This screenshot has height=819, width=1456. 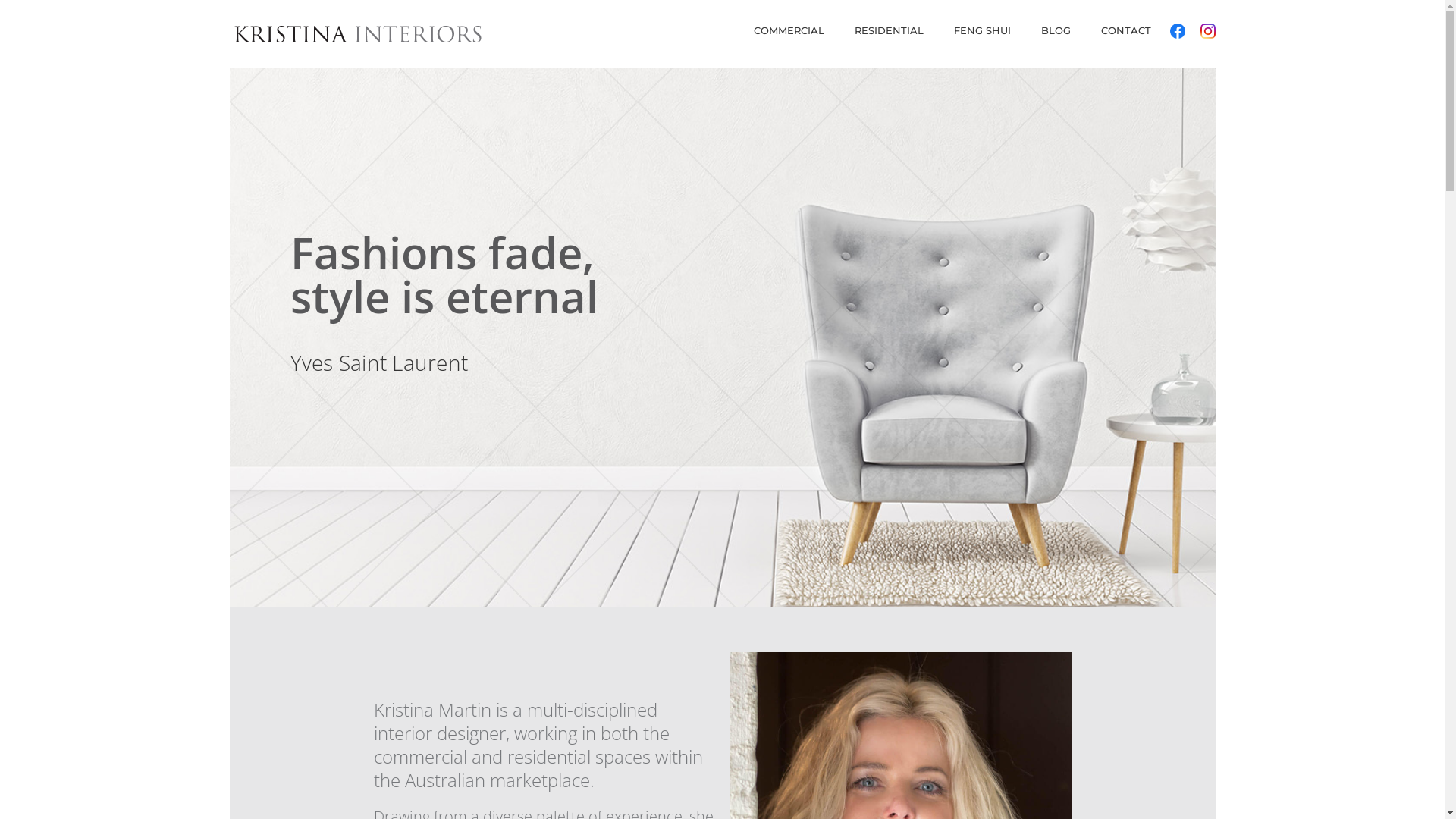 What do you see at coordinates (1054, 35) in the screenshot?
I see `'BLOG'` at bounding box center [1054, 35].